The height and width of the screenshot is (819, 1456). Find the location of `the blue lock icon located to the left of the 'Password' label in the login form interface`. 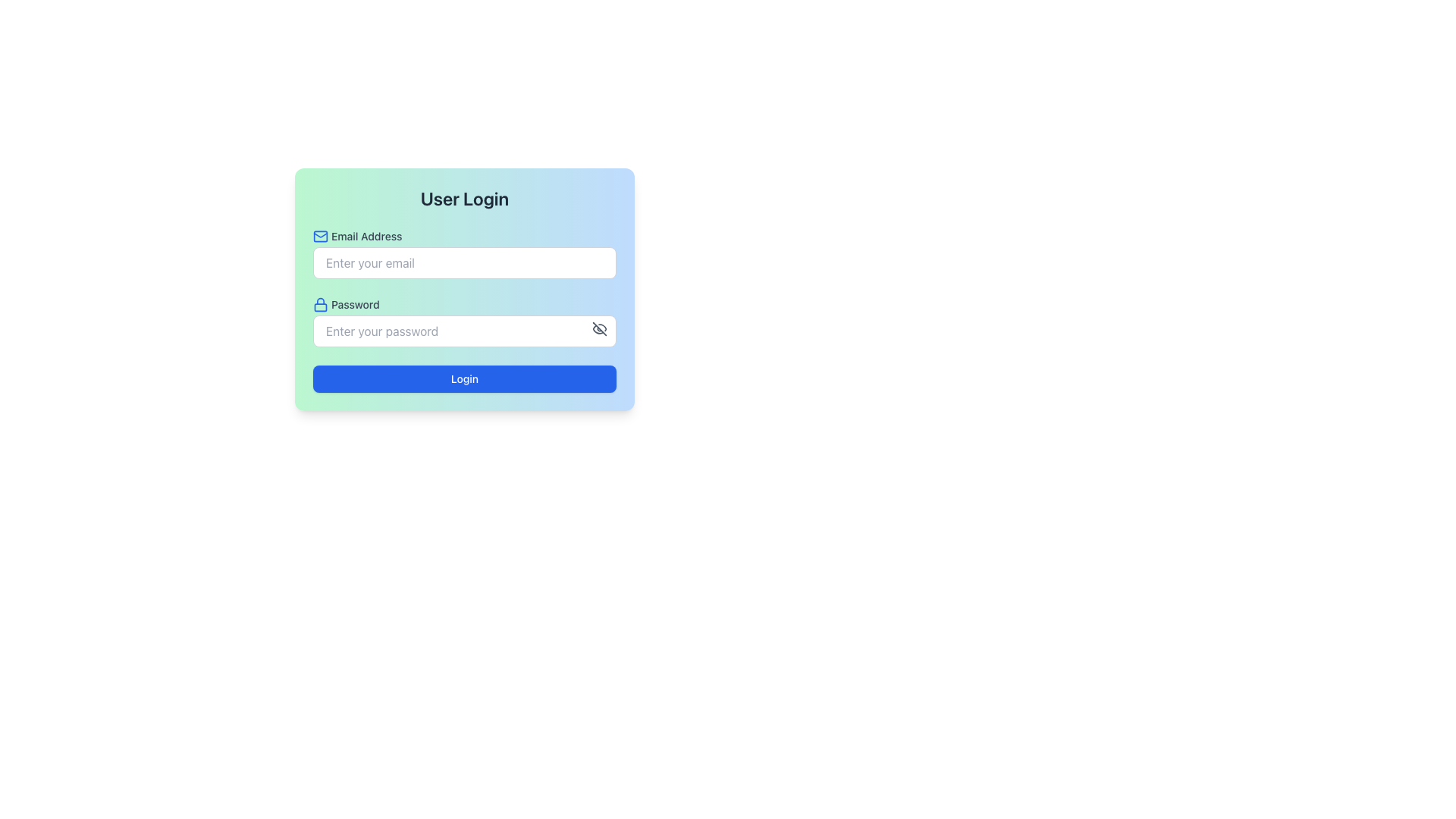

the blue lock icon located to the left of the 'Password' label in the login form interface is located at coordinates (319, 304).